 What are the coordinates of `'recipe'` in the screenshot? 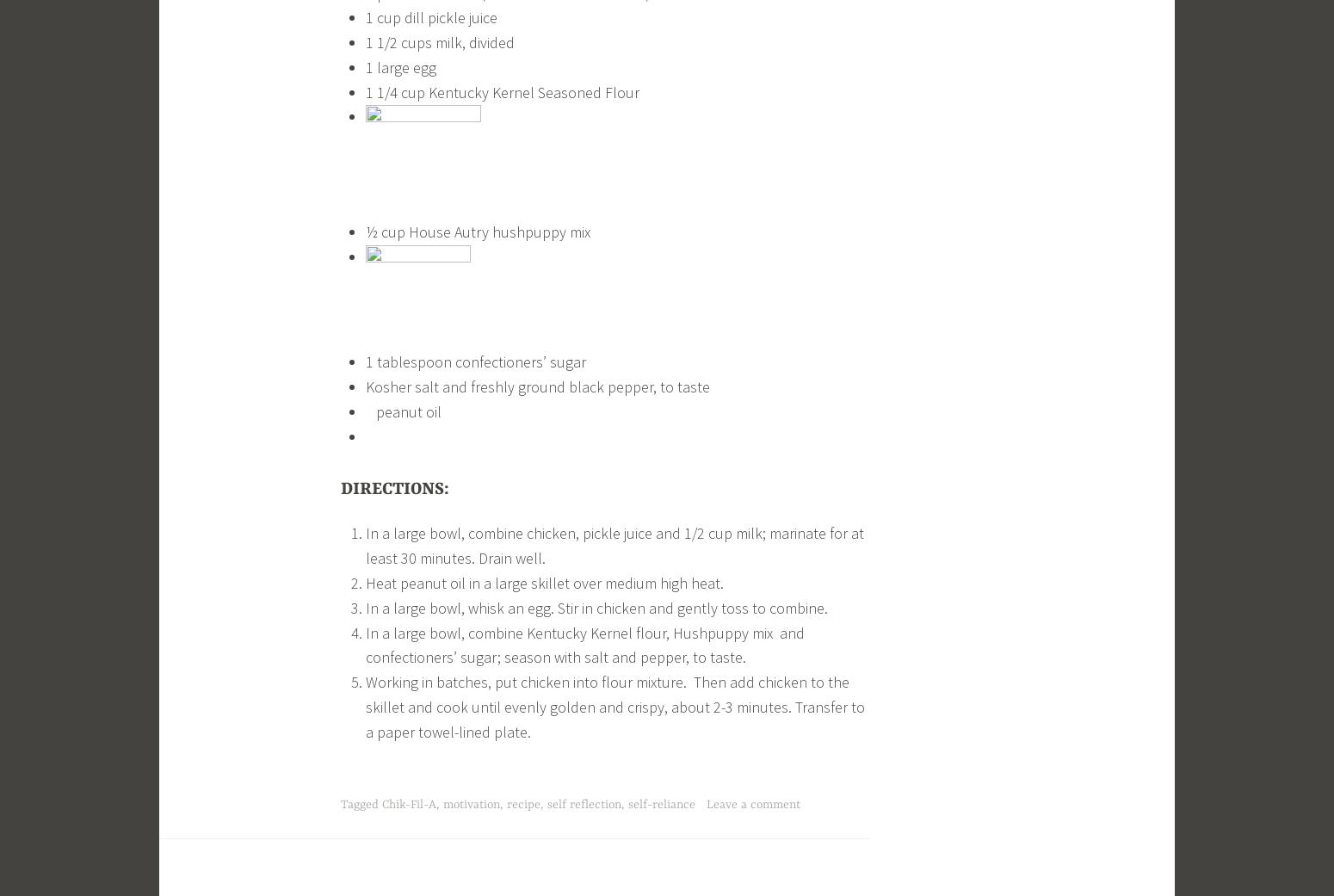 It's located at (523, 804).